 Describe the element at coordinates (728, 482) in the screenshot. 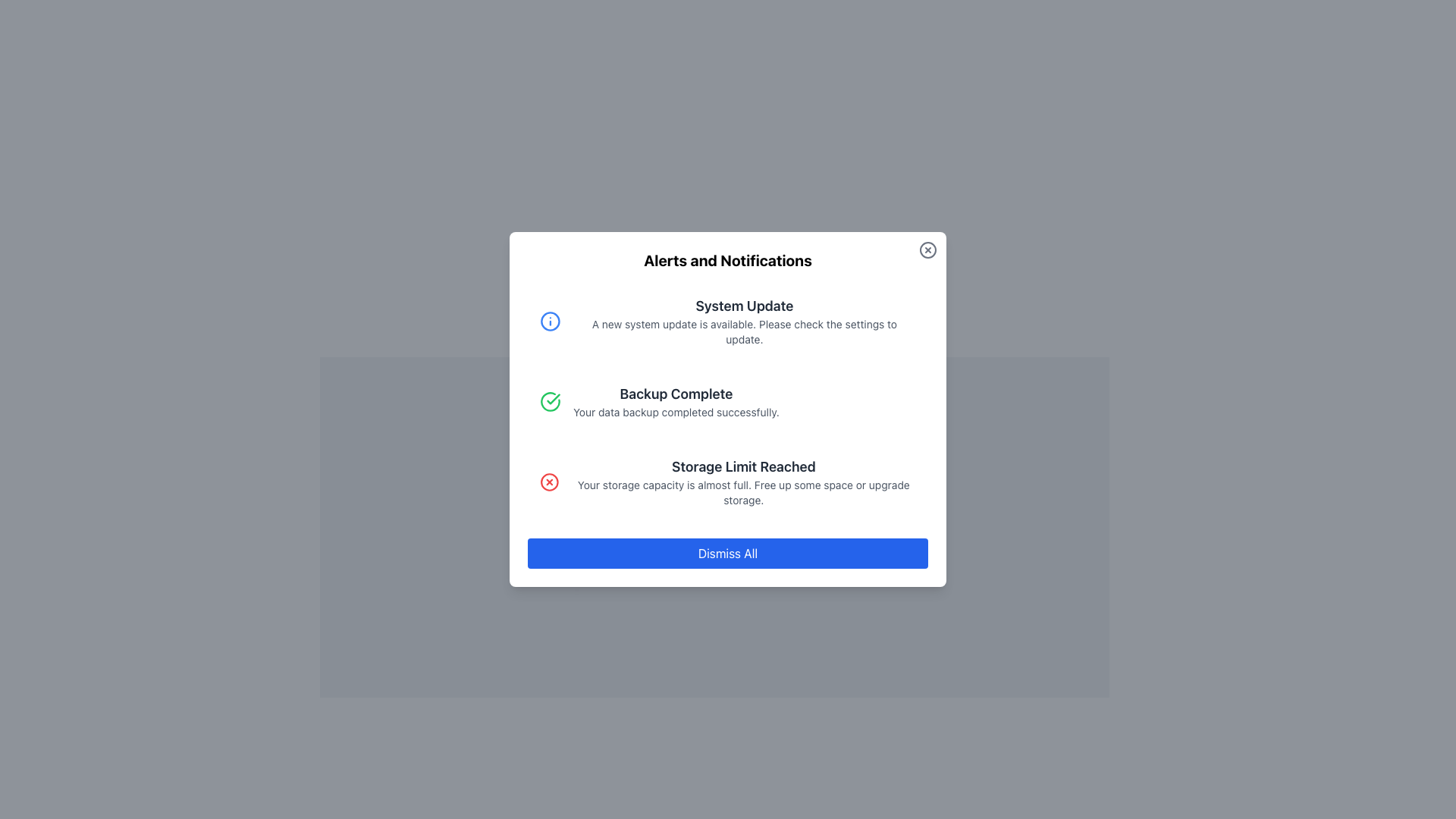

I see `the 'Storage Limit Reached' notification alert, which is the third notification in the list, featuring a pale red background and a bold title` at that location.